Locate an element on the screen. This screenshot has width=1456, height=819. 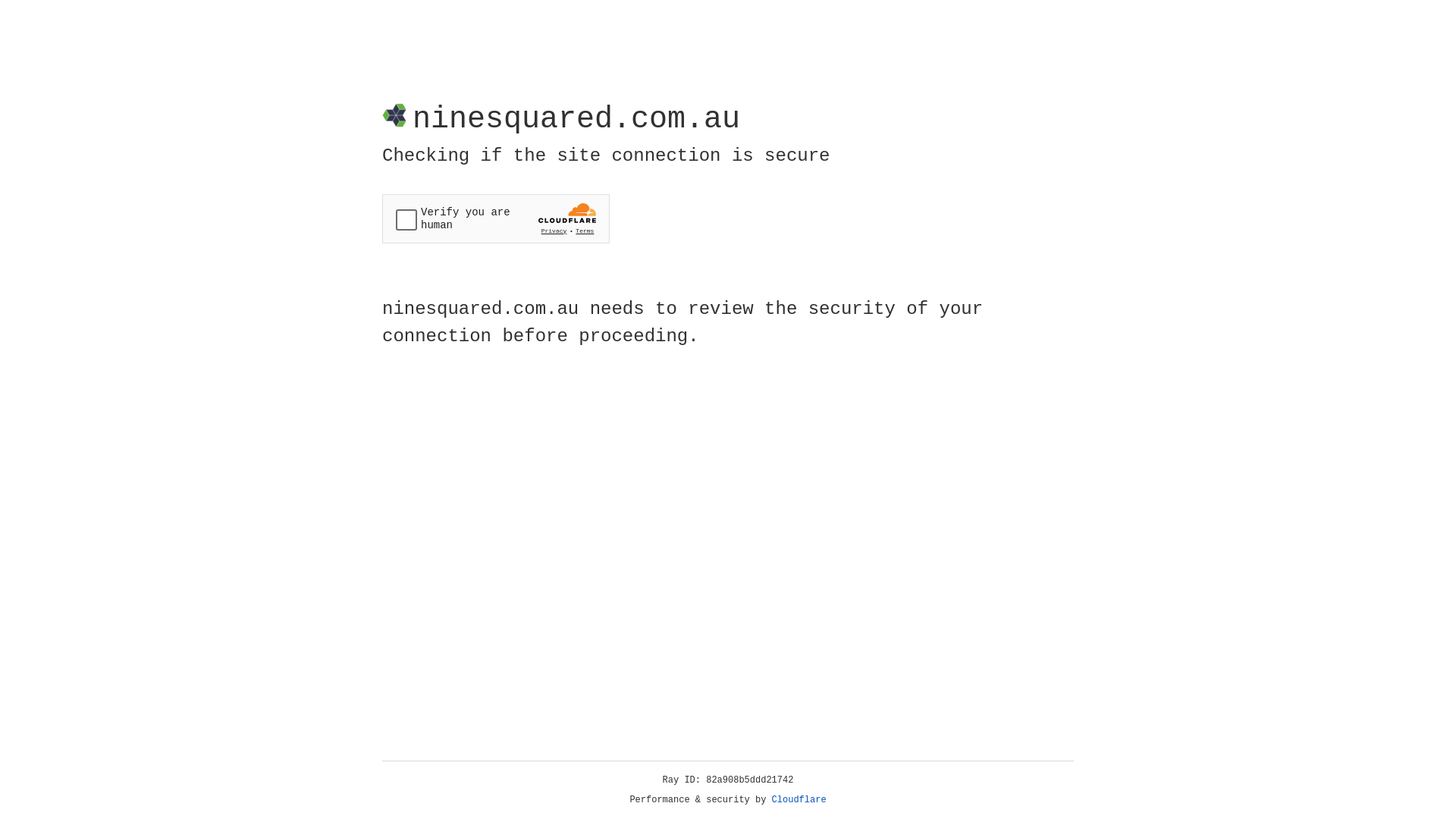
'Cloudflare' is located at coordinates (799, 799).